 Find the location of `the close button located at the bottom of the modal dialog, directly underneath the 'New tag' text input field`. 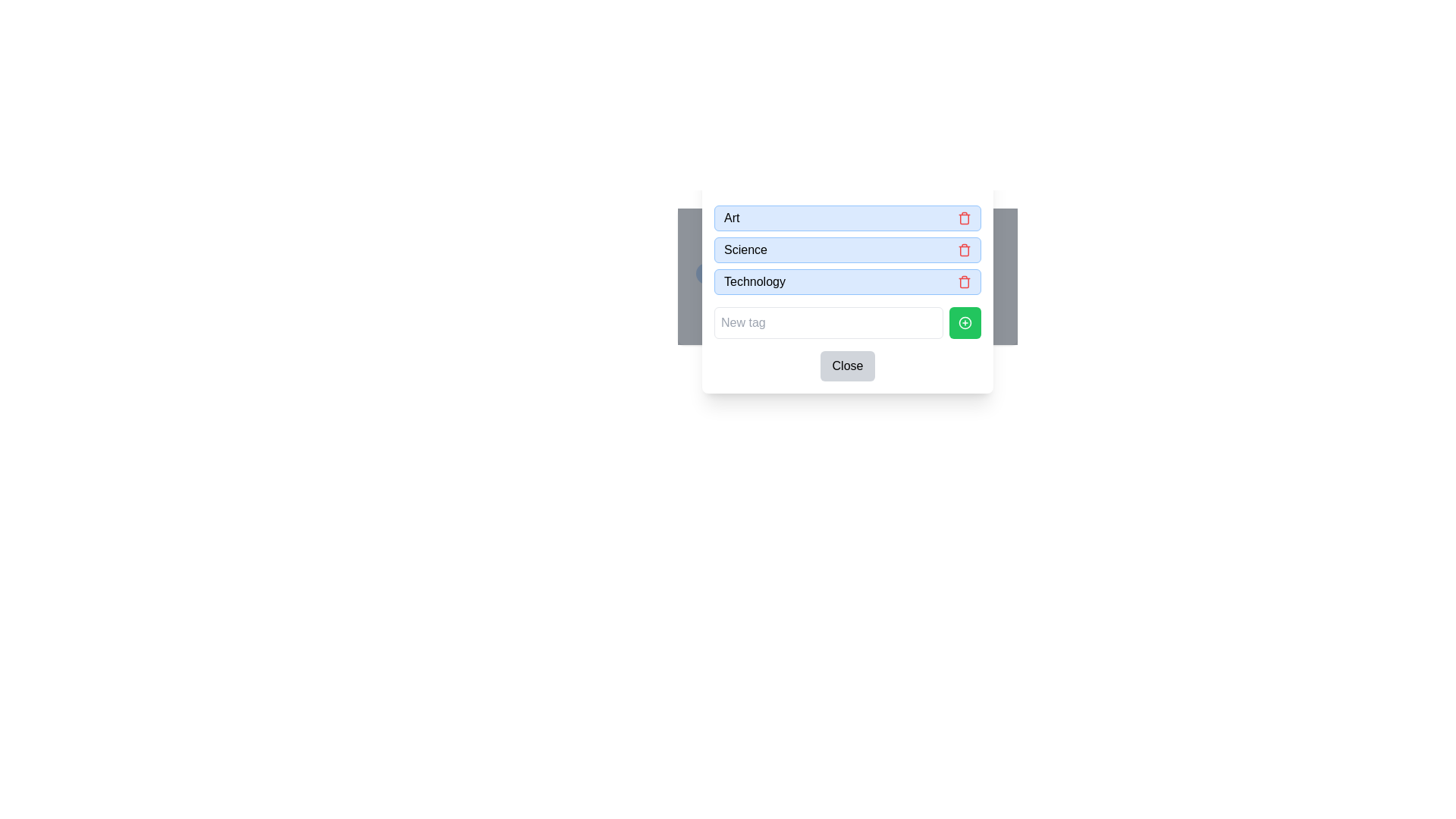

the close button located at the bottom of the modal dialog, directly underneath the 'New tag' text input field is located at coordinates (847, 366).